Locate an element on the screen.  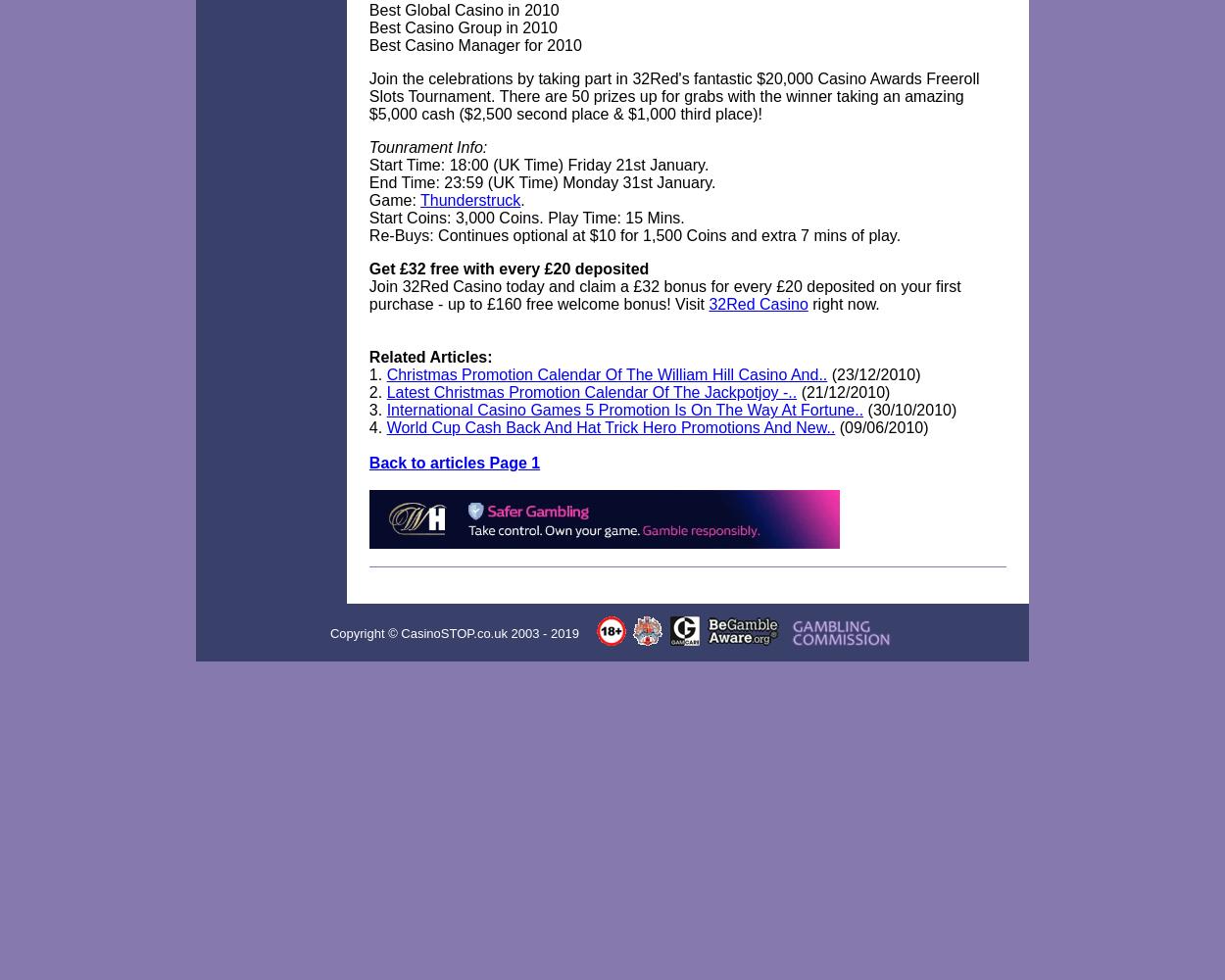
'World Cup Cash Back And Hat Trick Hero Promotions And New..' is located at coordinates (610, 427).